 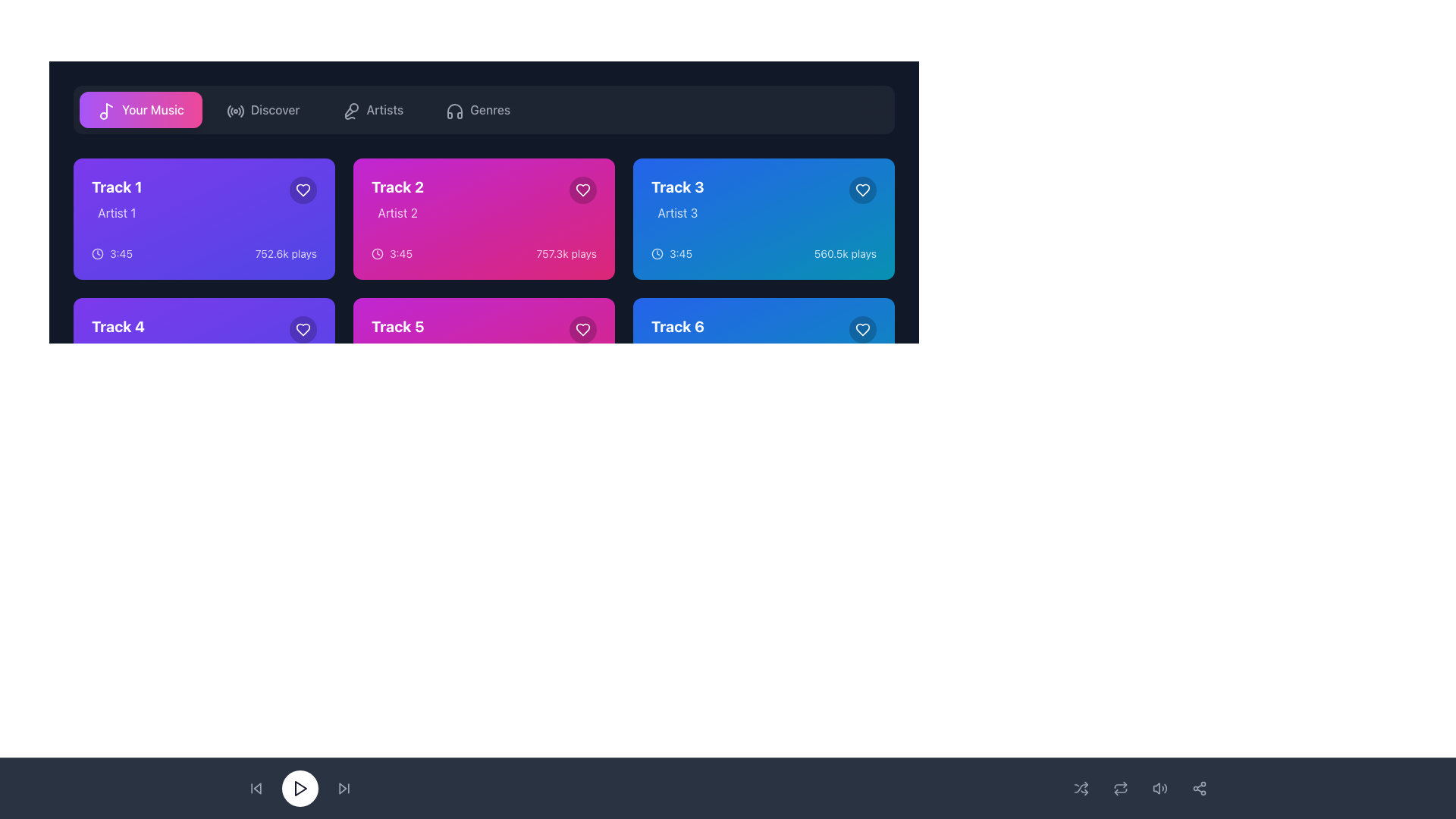 What do you see at coordinates (384, 109) in the screenshot?
I see `the text label 'Artists' in the navigation bar` at bounding box center [384, 109].